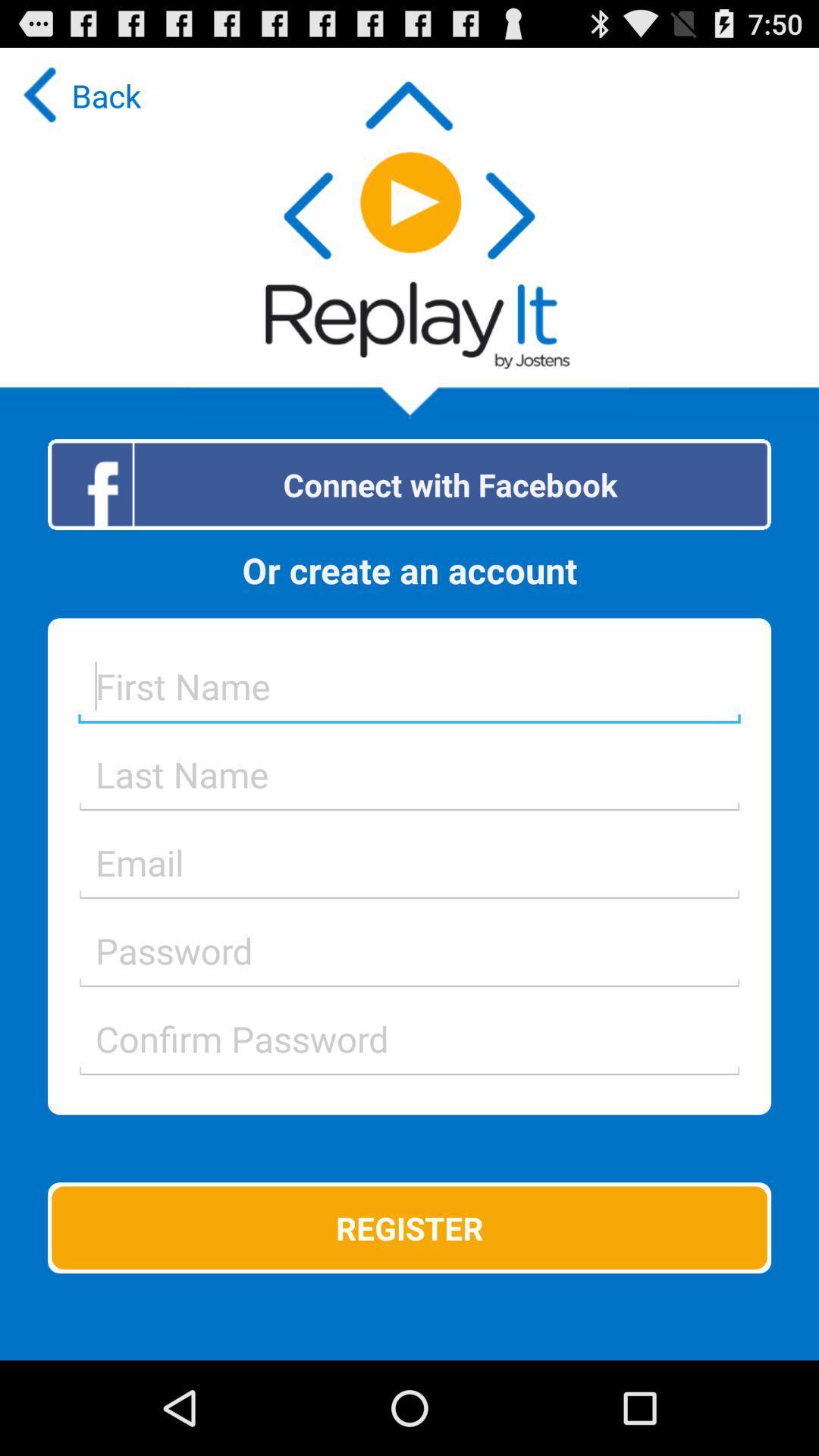  I want to click on the first name, so click(409, 685).